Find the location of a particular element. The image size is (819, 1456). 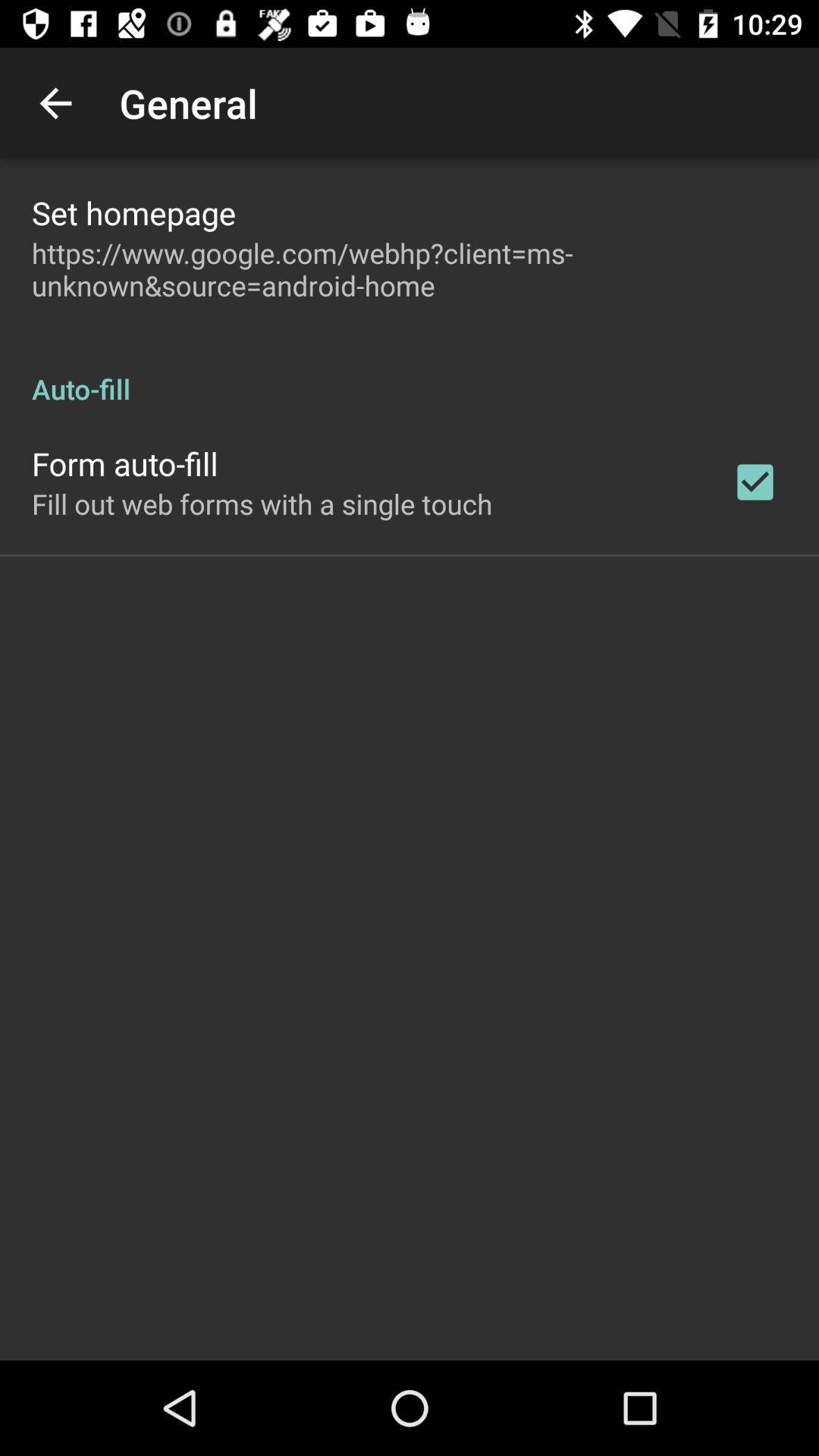

item next to fill out web item is located at coordinates (755, 481).